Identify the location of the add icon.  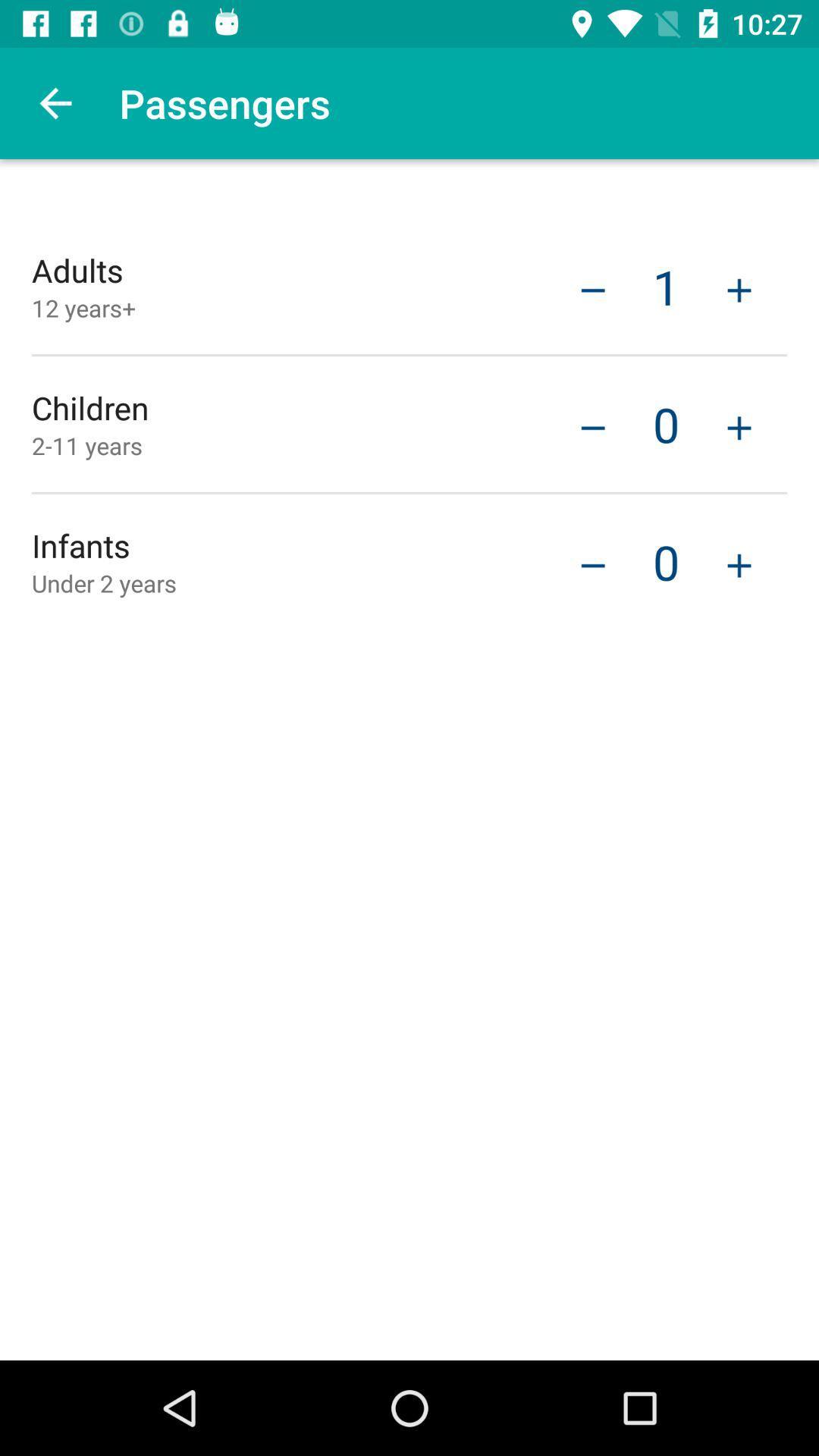
(739, 425).